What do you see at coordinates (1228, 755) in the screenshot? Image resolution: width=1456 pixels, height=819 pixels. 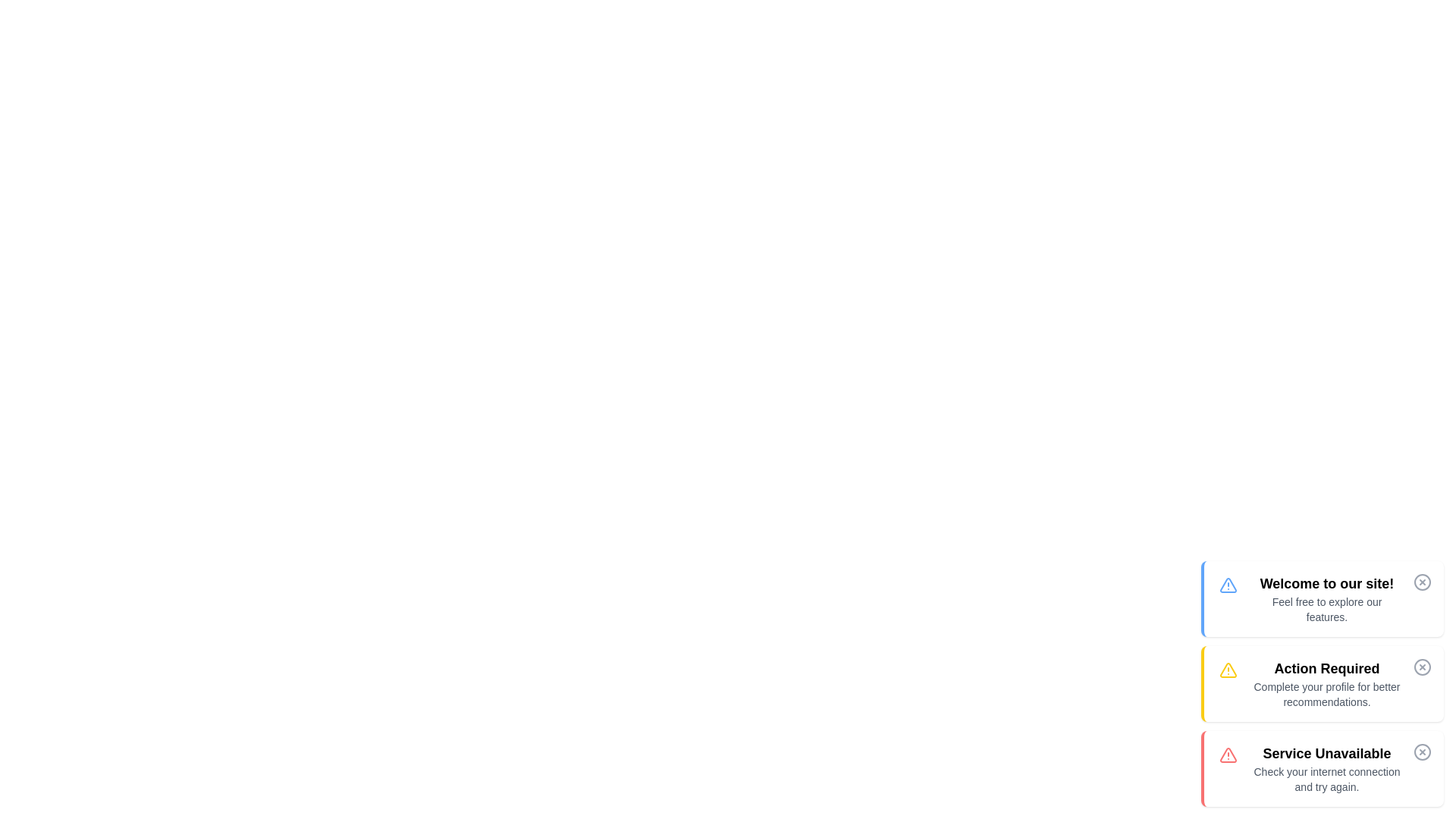 I see `the alert icon that serves as a visual indicator for the 'Service Unavailable' message, which is located to the left of the text and is the third item in a vertically stacked list of similar alert elements` at bounding box center [1228, 755].